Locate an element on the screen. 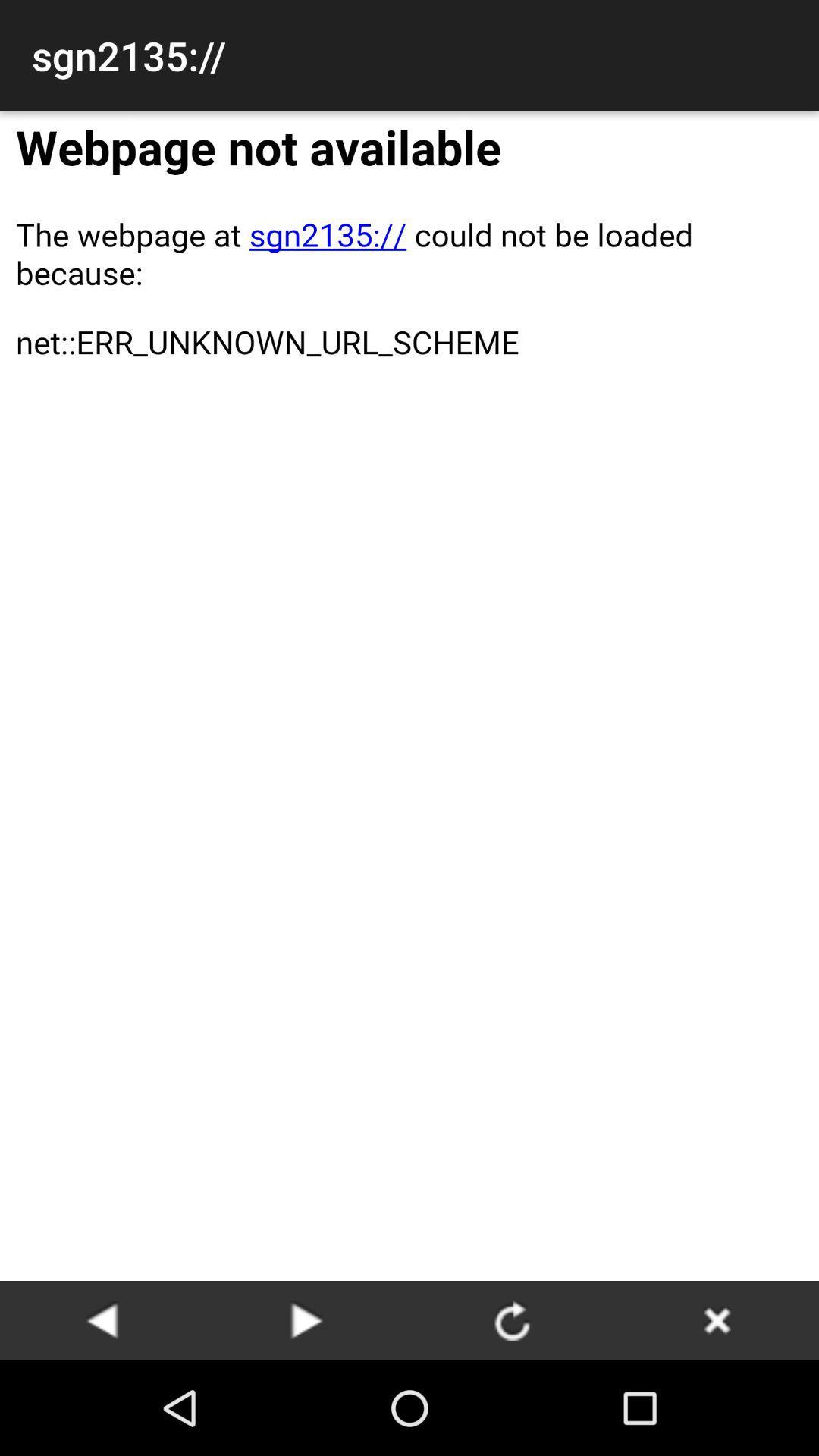  previous is located at coordinates (102, 1319).